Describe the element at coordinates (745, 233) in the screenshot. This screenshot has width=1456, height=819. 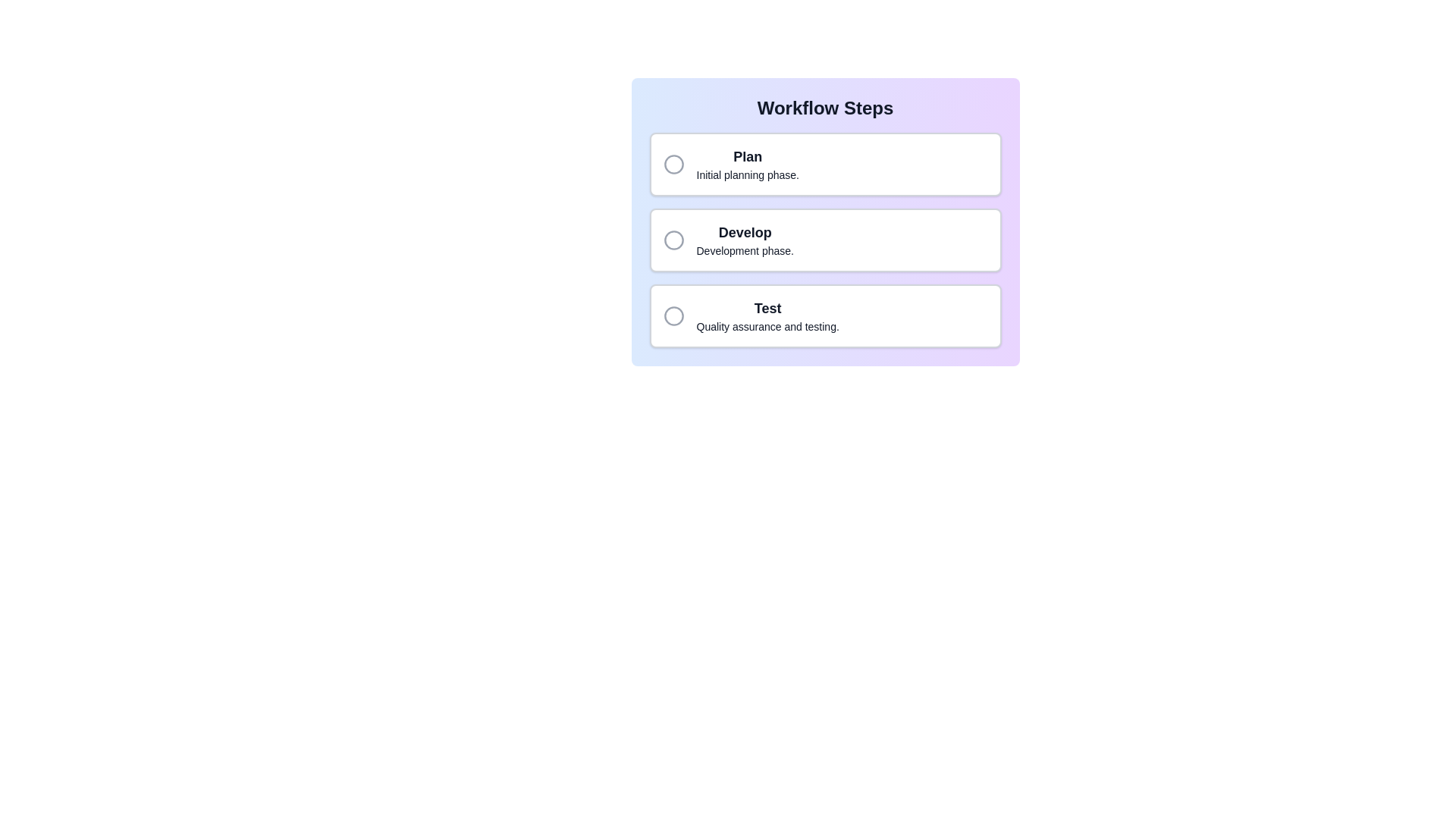
I see `the text label displaying 'Develop', which is positioned as the header text within the second workflow step panel, centrally aligned between the 'Plan' and 'Test' sections` at that location.